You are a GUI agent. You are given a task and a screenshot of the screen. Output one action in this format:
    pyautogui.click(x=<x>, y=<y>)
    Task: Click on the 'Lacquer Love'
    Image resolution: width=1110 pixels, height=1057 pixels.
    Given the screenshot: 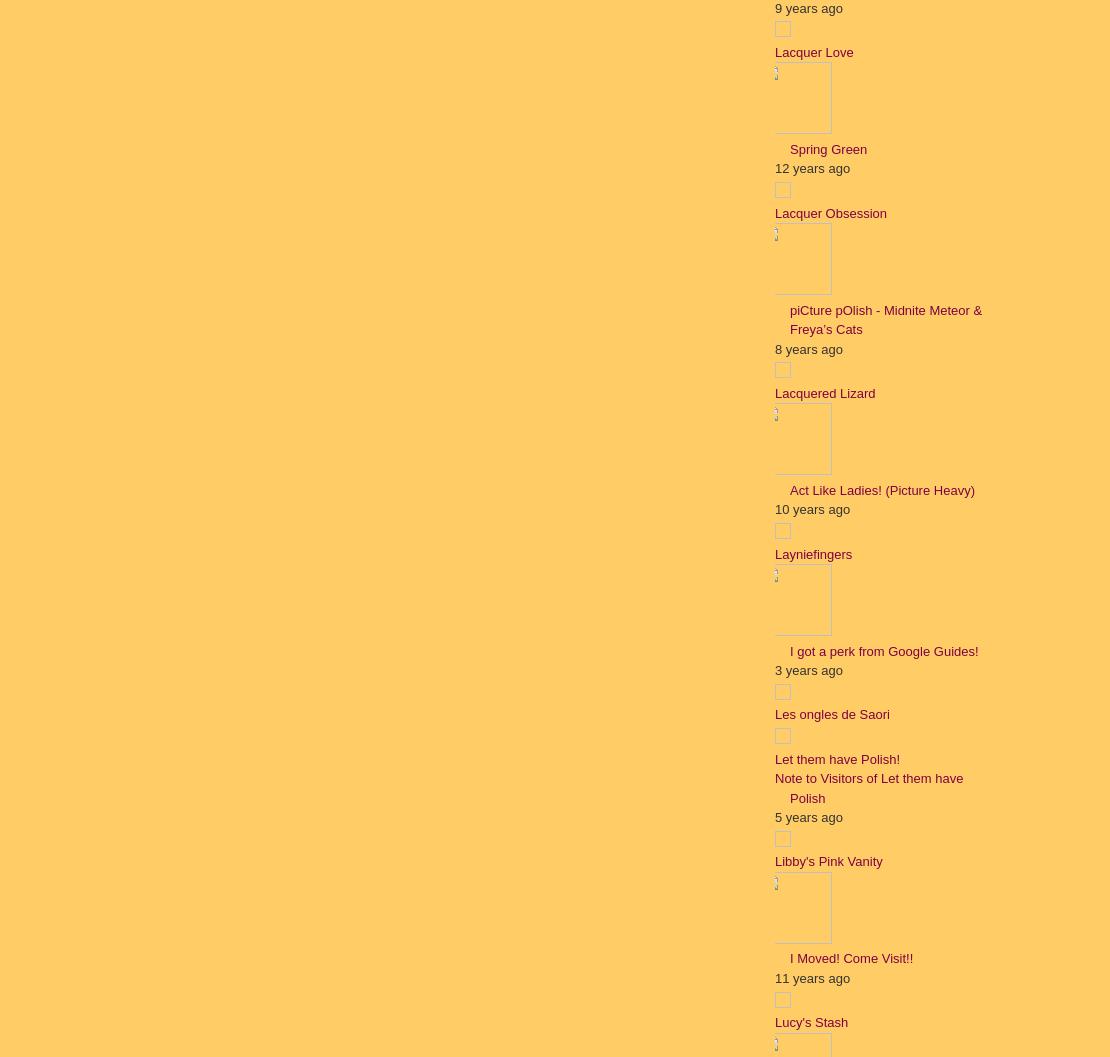 What is the action you would take?
    pyautogui.click(x=813, y=51)
    